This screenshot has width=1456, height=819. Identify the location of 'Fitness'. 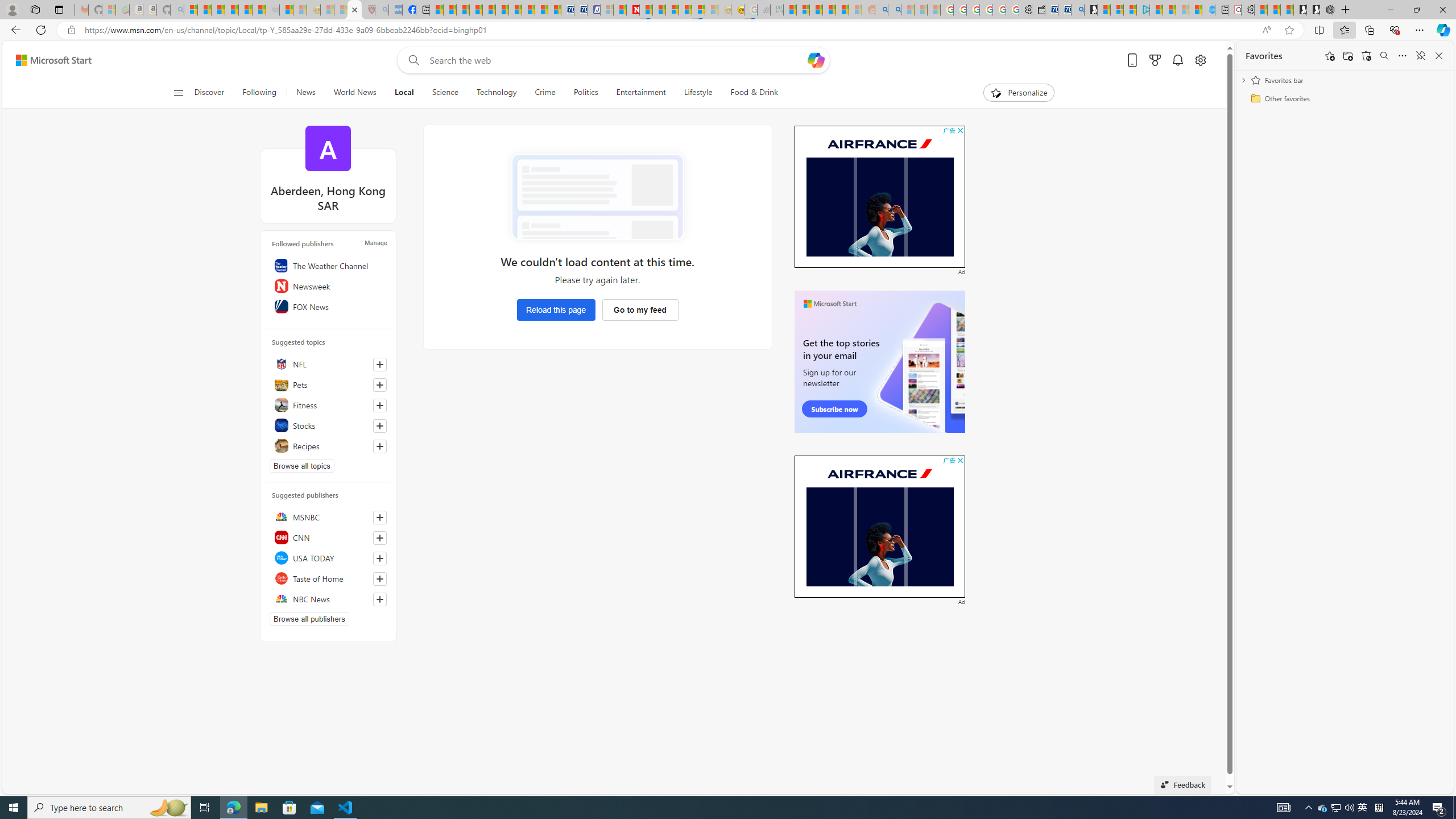
(327, 405).